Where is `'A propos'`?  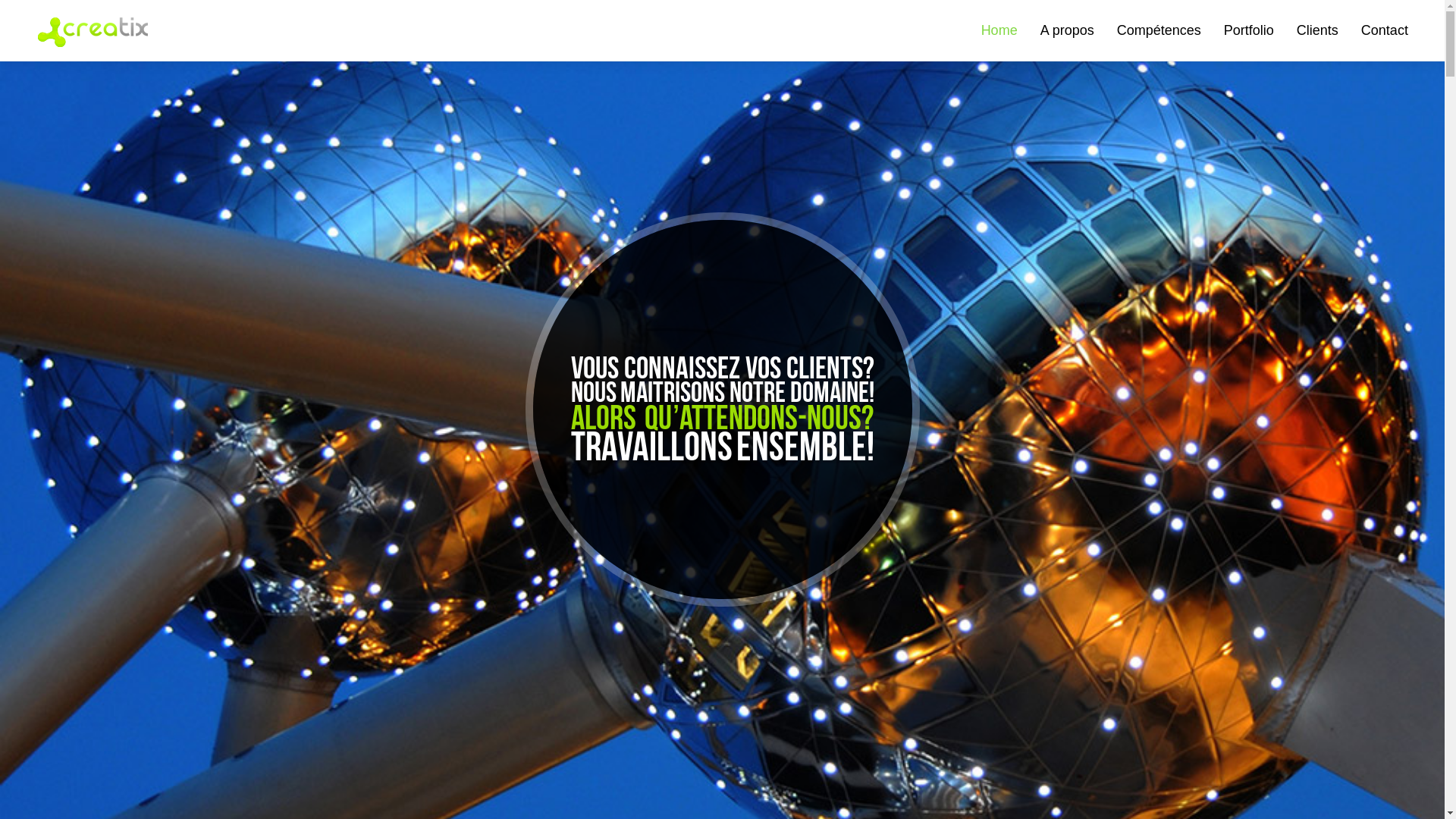 'A propos' is located at coordinates (1040, 30).